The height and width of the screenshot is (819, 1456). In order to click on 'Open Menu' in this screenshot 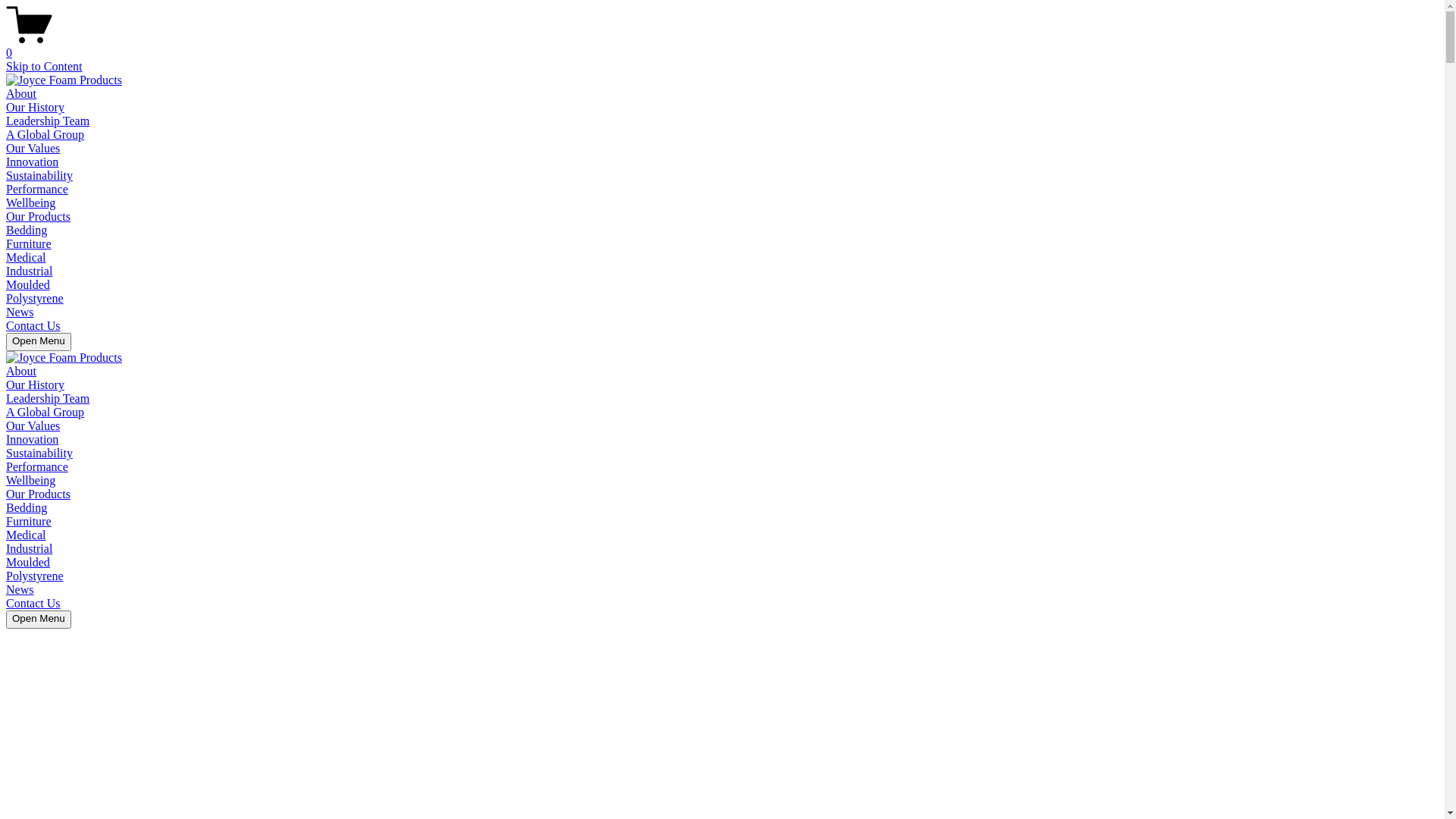, I will do `click(39, 342)`.